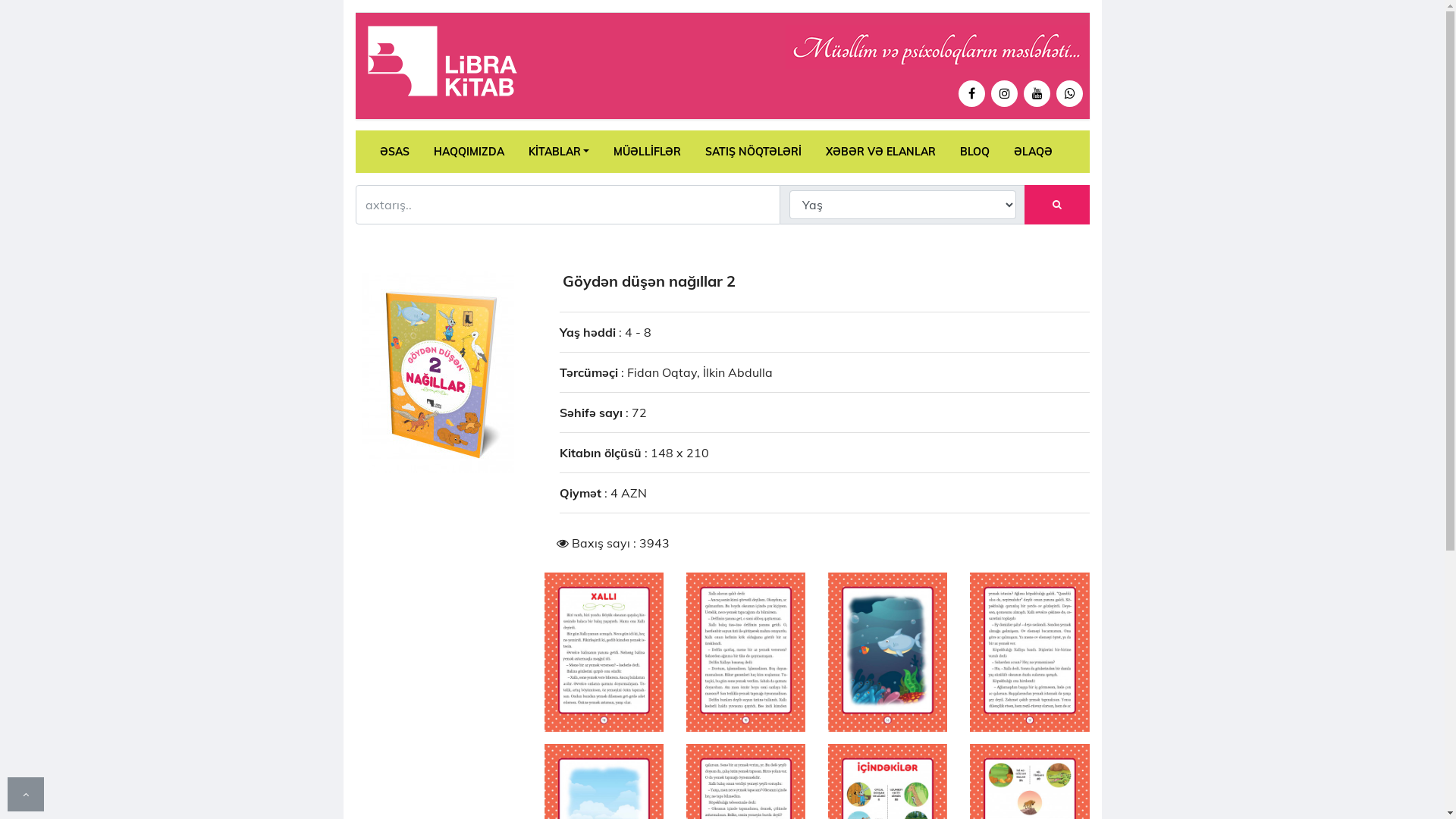 The width and height of the screenshot is (1456, 819). I want to click on 'BLOQ', so click(974, 152).